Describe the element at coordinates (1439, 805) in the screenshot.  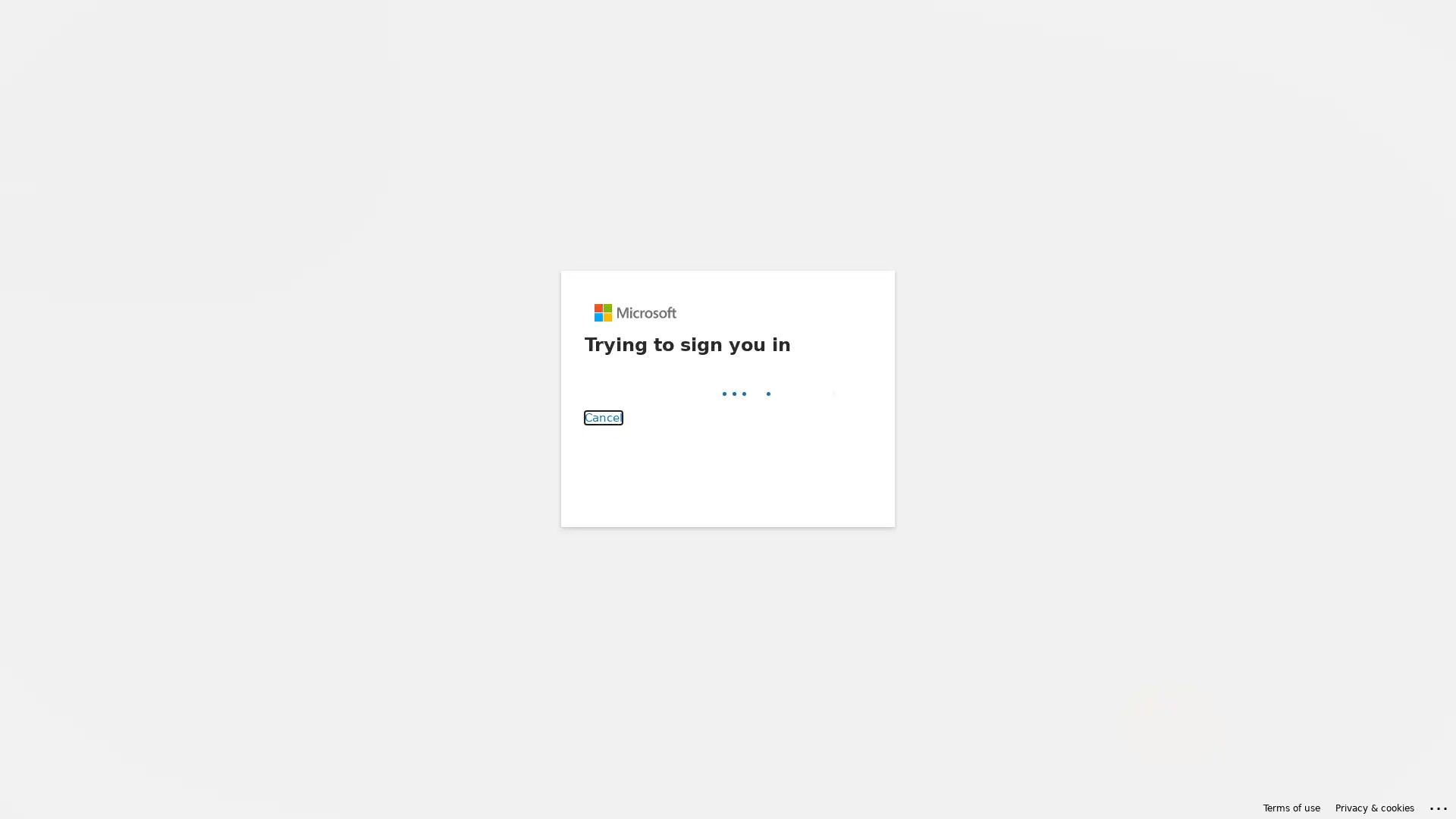
I see `Click here for troubleshooting information` at that location.